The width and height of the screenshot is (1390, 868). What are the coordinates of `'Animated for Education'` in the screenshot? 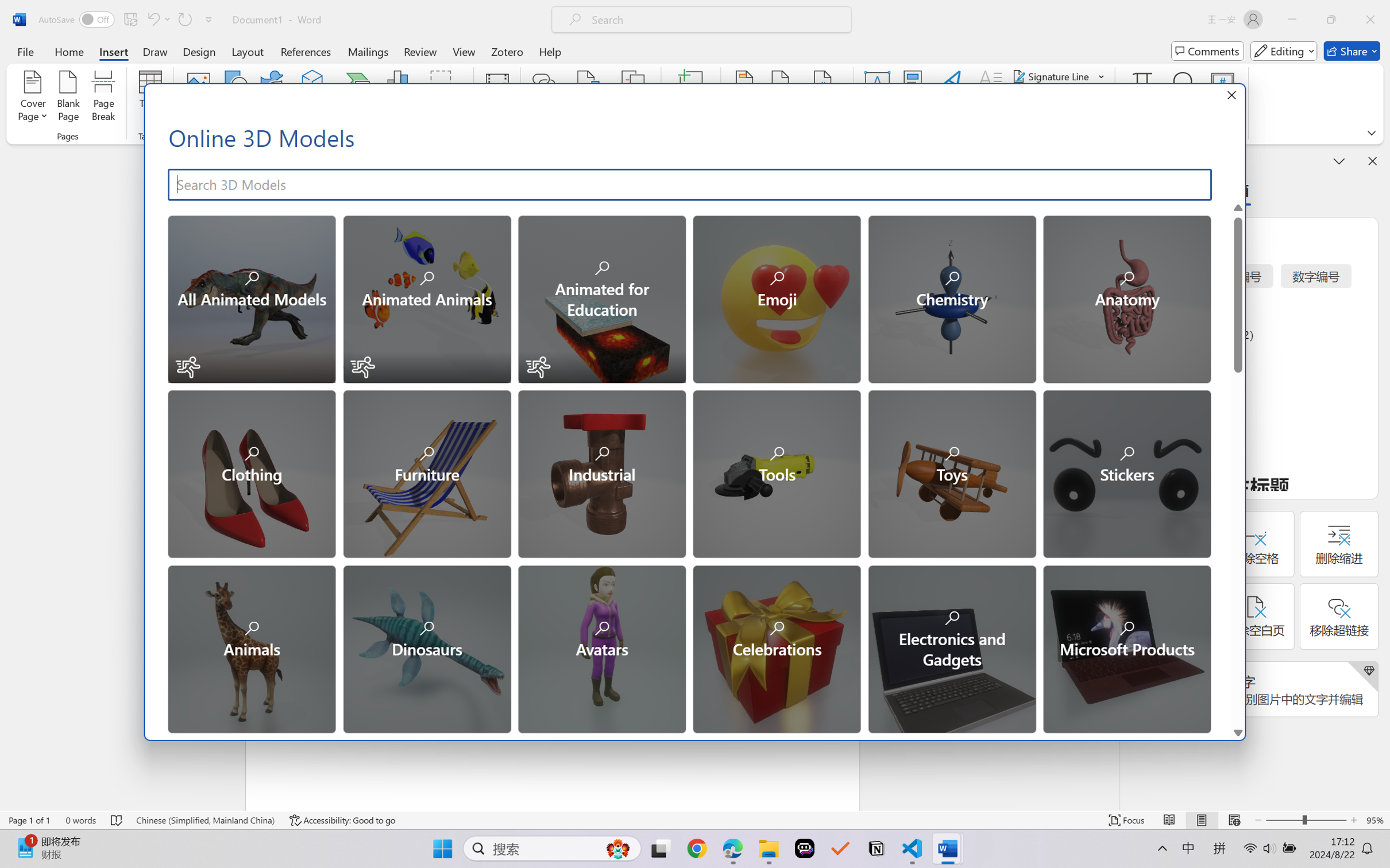 It's located at (601, 297).